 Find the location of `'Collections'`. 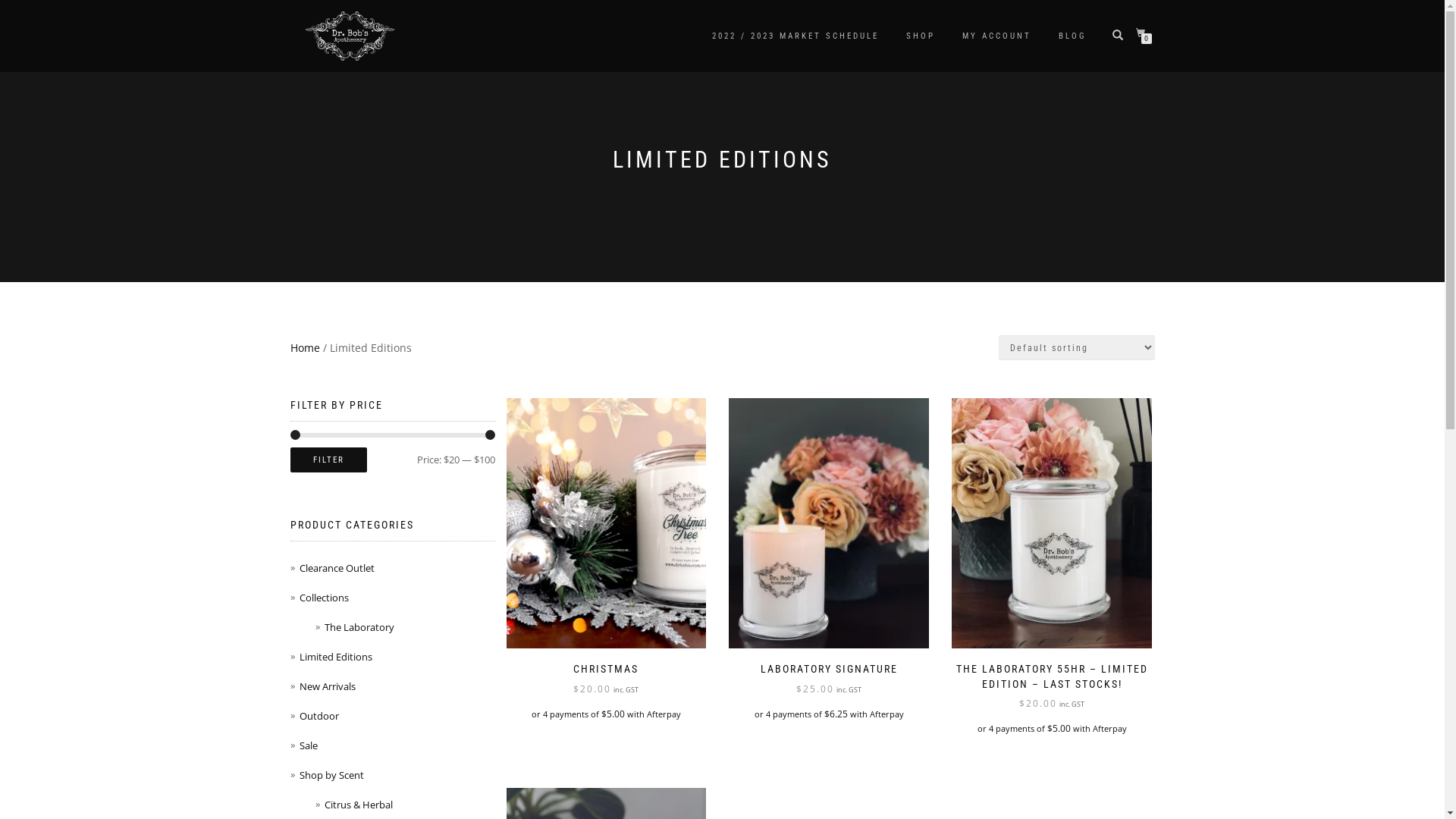

'Collections' is located at coordinates (298, 596).